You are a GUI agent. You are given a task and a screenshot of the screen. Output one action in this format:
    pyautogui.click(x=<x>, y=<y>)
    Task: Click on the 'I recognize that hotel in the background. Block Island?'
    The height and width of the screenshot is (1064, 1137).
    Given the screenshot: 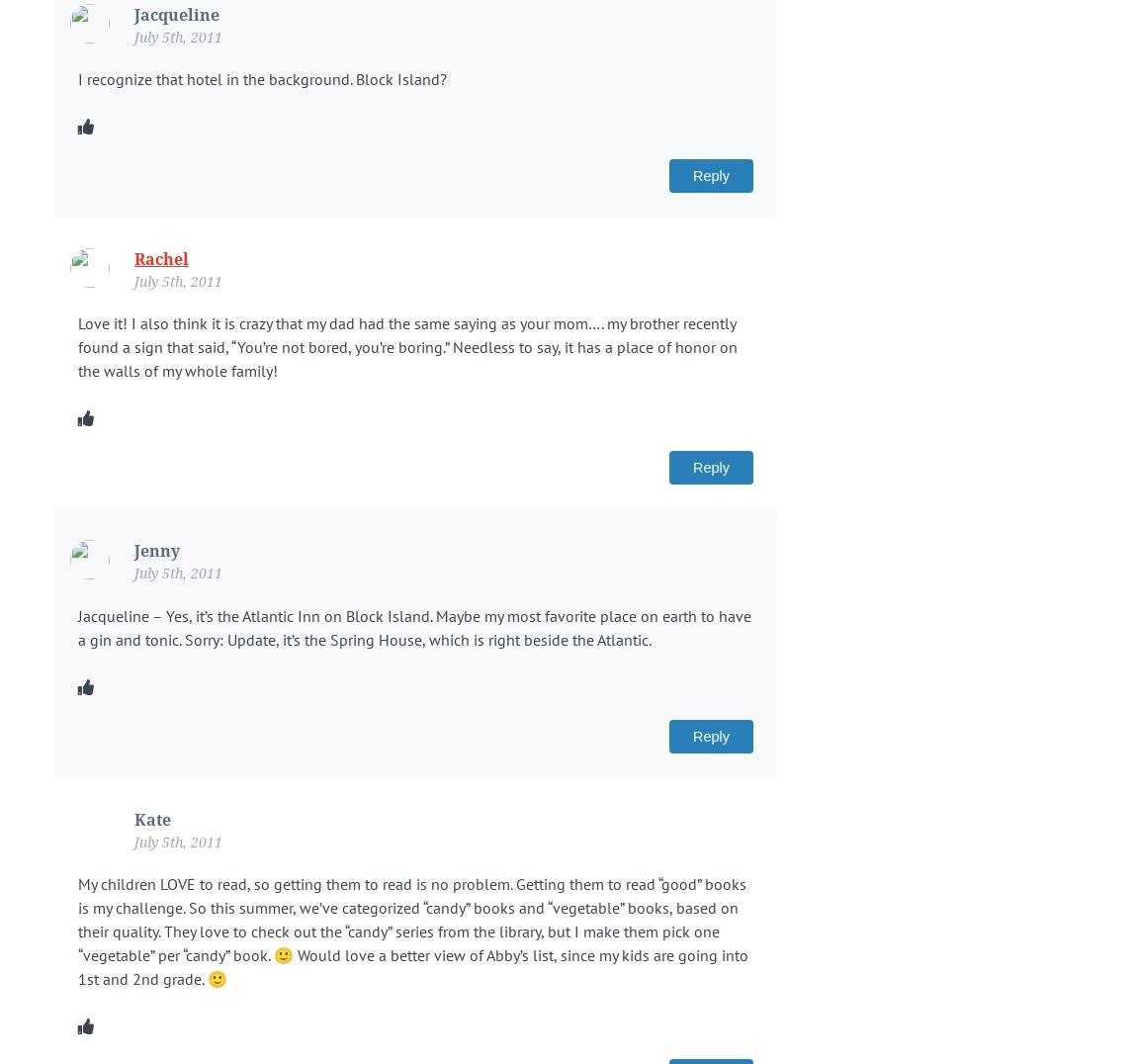 What is the action you would take?
    pyautogui.click(x=77, y=78)
    